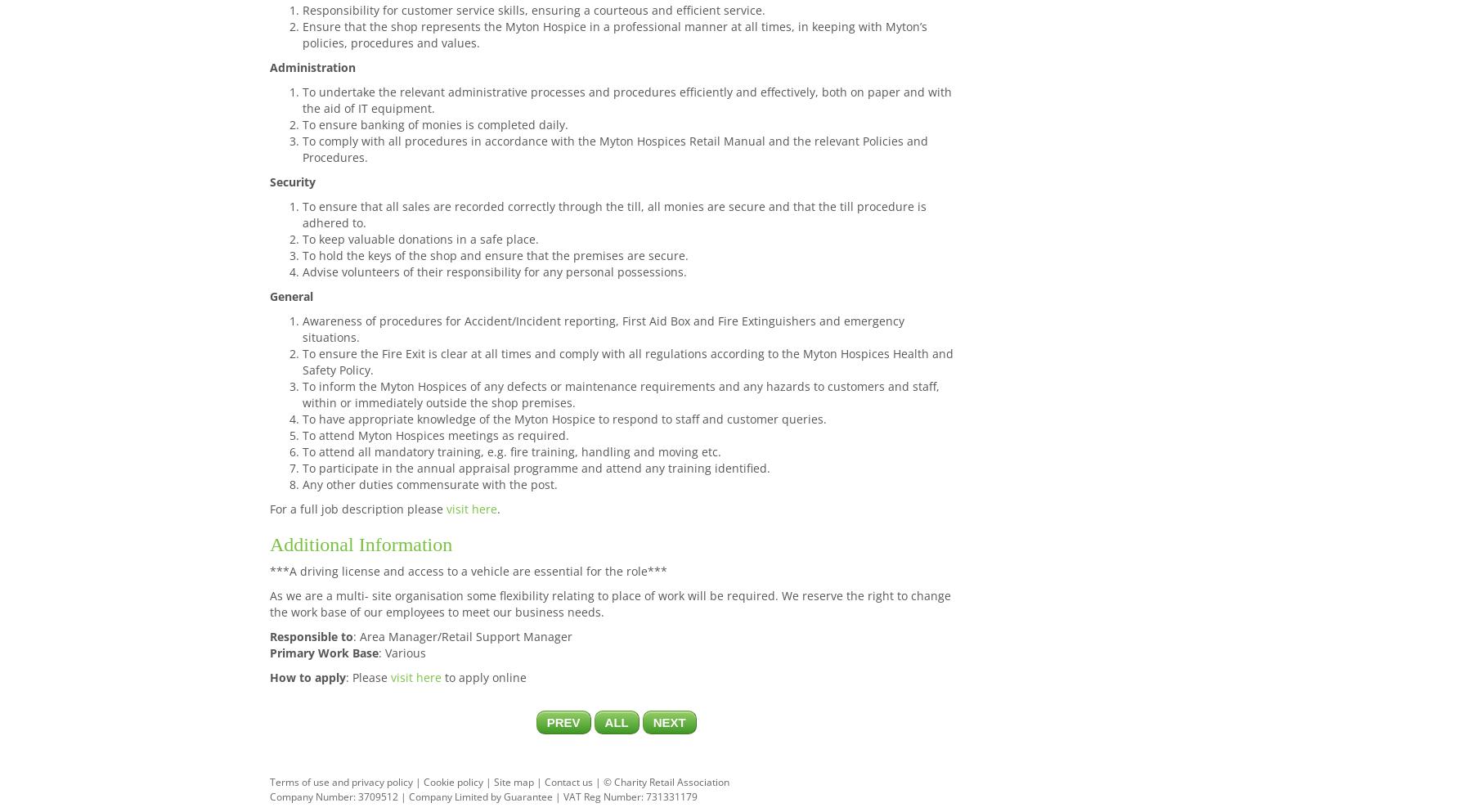 The width and height of the screenshot is (1472, 812). What do you see at coordinates (361, 544) in the screenshot?
I see `'Additional Information'` at bounding box center [361, 544].